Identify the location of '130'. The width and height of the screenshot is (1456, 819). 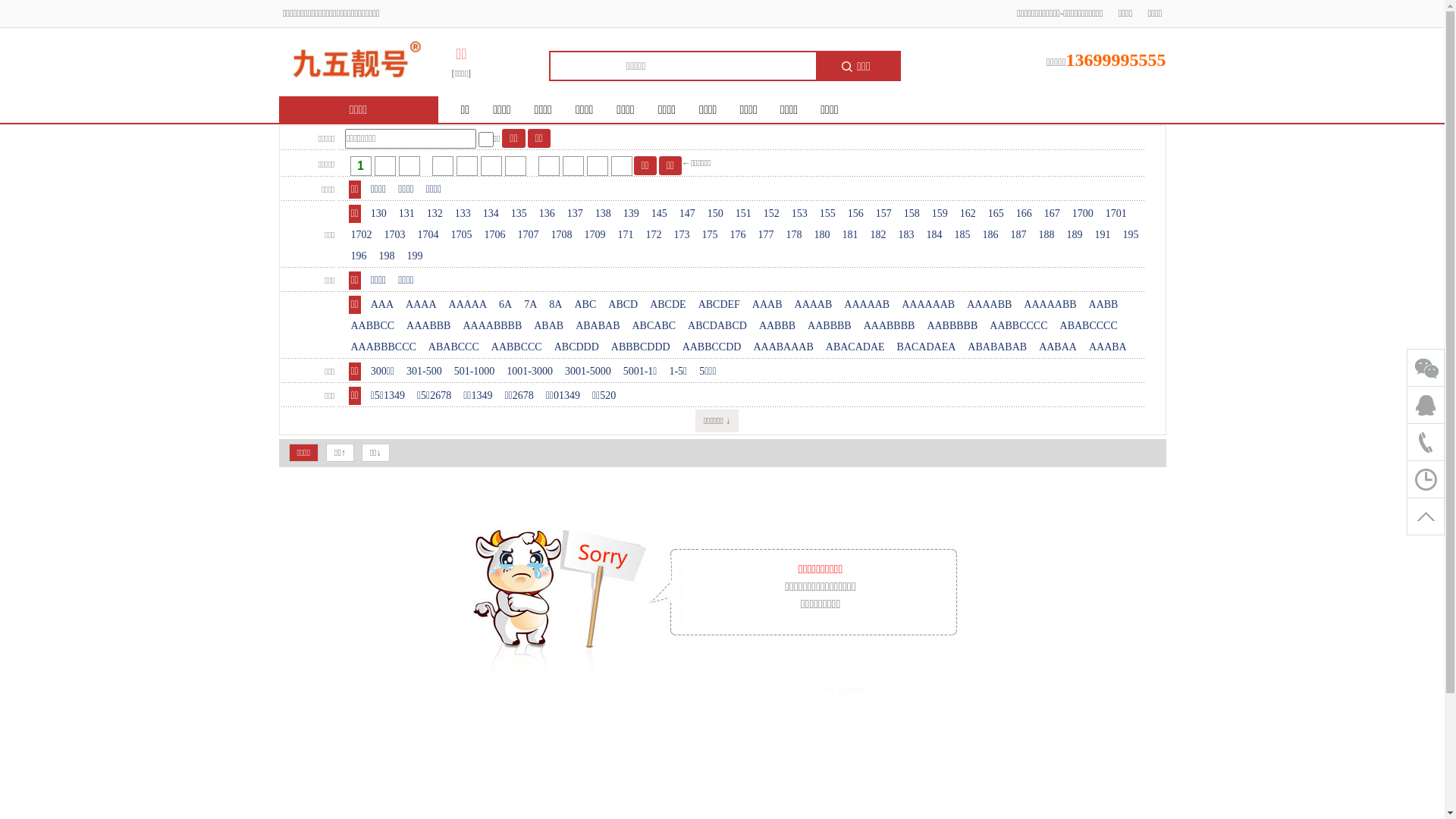
(378, 213).